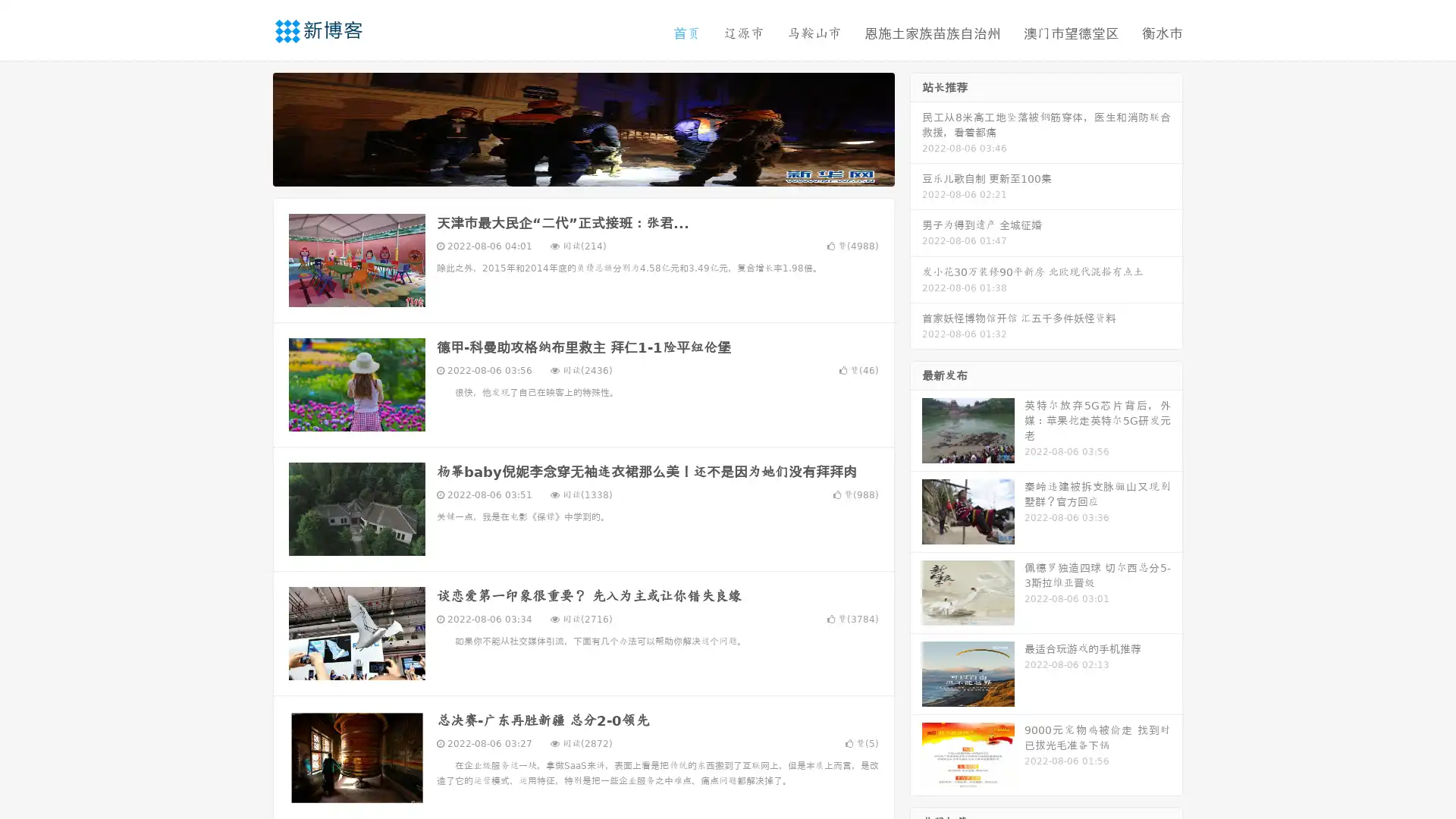 The width and height of the screenshot is (1456, 819). Describe the element at coordinates (916, 127) in the screenshot. I see `Next slide` at that location.